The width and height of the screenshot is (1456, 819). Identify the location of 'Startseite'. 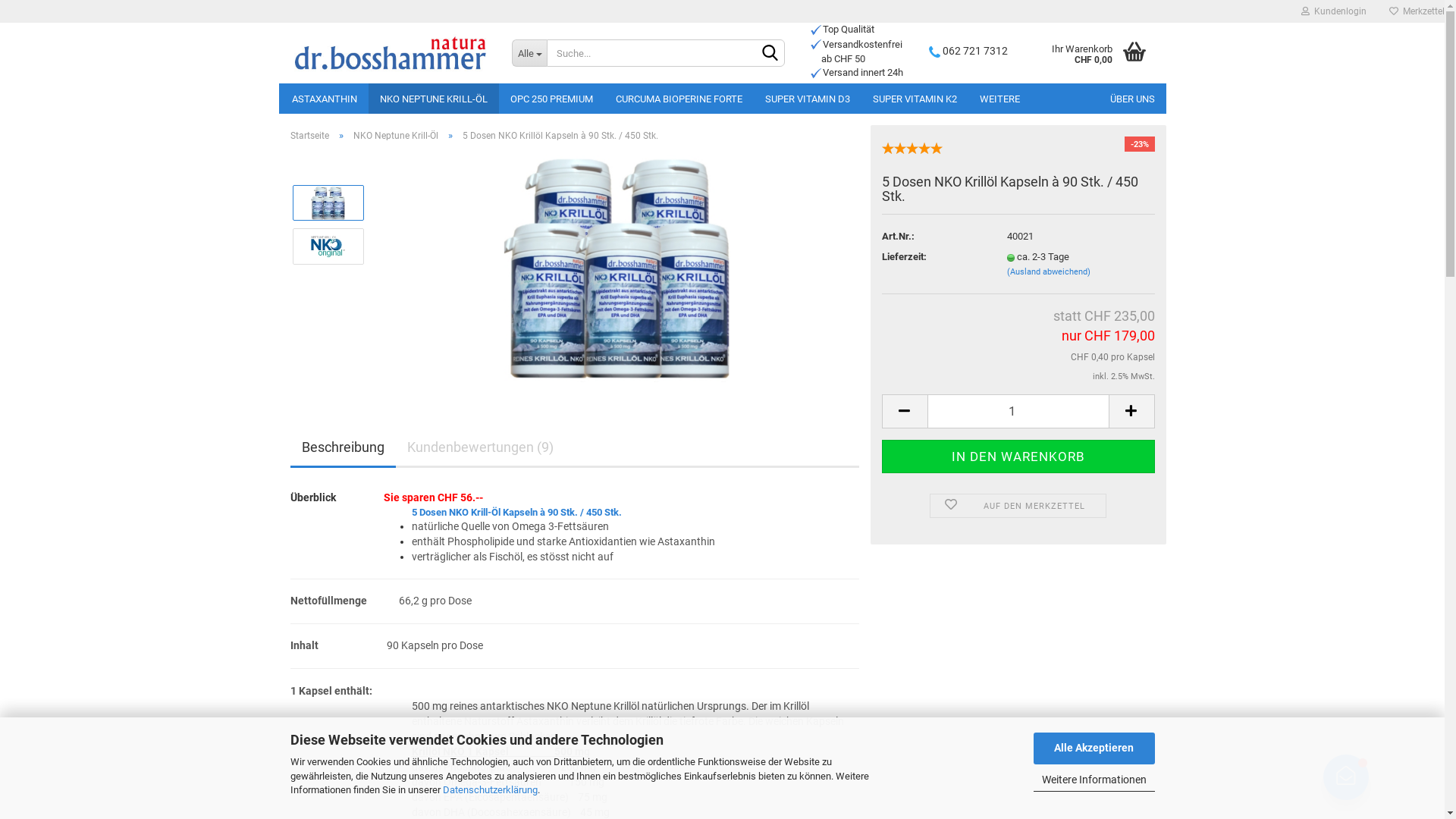
(308, 134).